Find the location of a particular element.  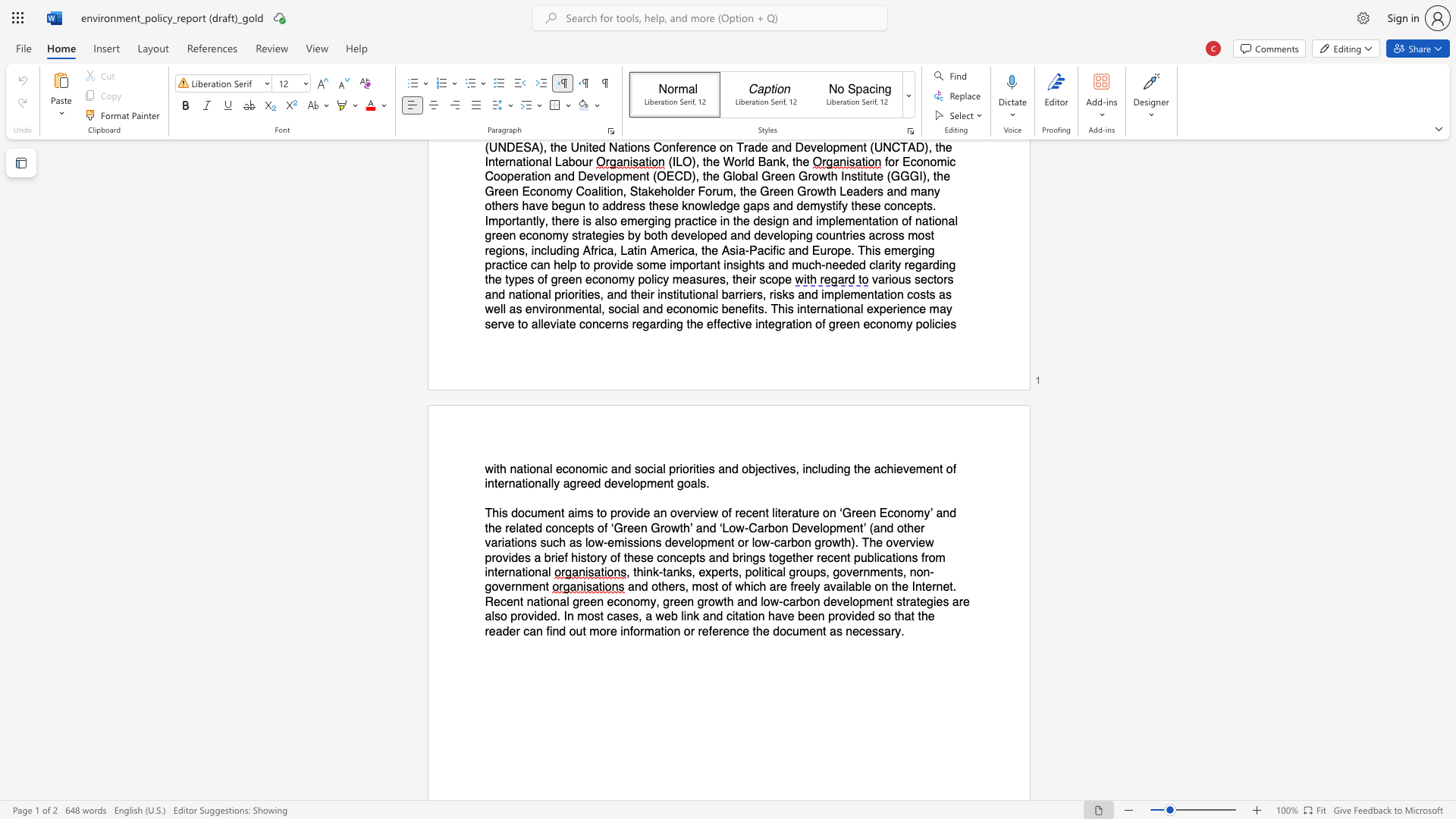

the subset text "iew provides a brief history of these con" within the text "This document aims to provide an overview of recent literature on ‘Green Economy’ and the related concepts of ‘Green Growth’ and ‘Low‐Carbon Development’ (and other variations such as low‐emissions development or low‐carbon growth). The overview provides a brief history of these concepts and brings together recent publications from international" is located at coordinates (915, 542).